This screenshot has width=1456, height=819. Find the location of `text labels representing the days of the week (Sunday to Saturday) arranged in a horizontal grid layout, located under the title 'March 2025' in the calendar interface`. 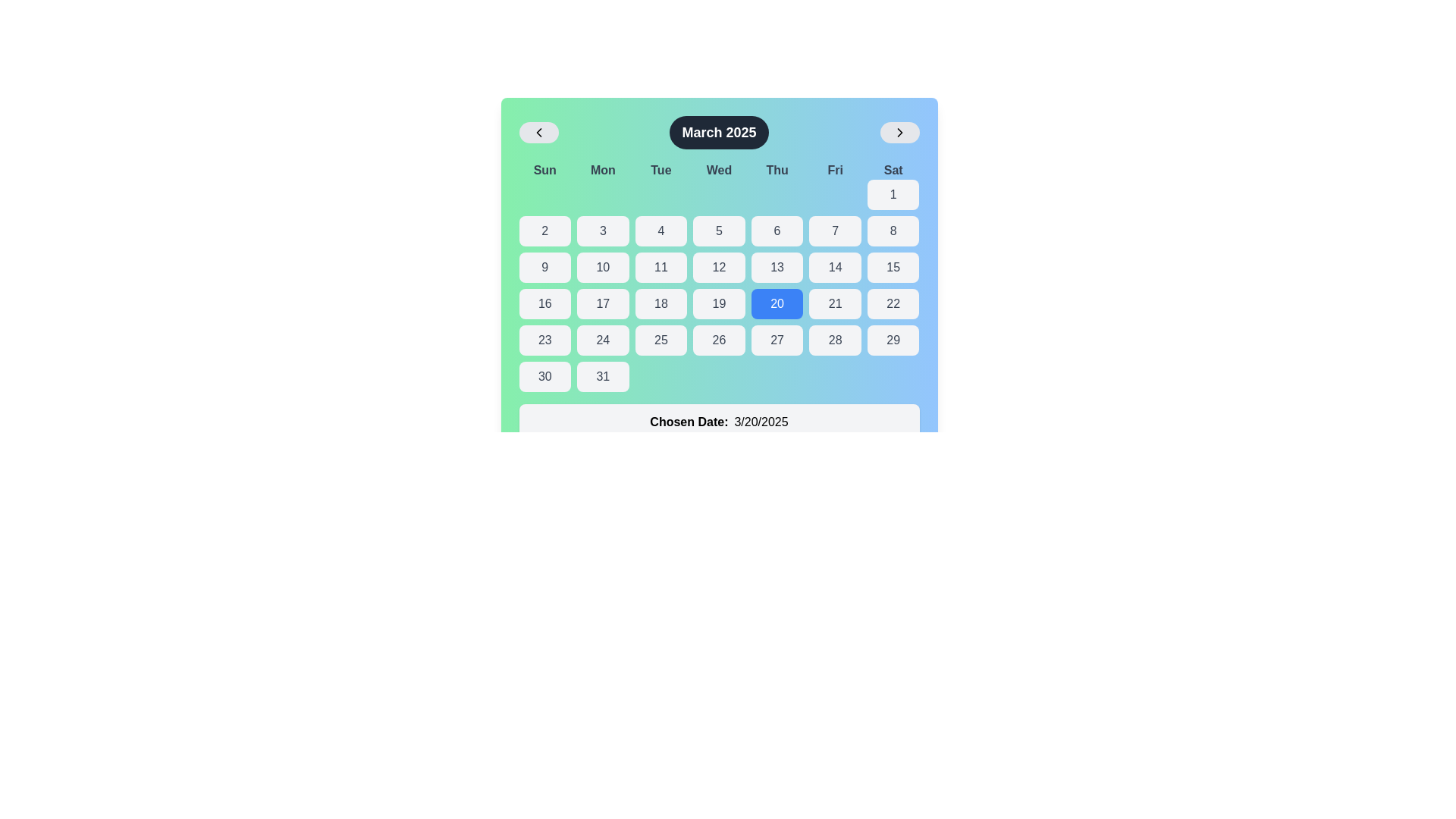

text labels representing the days of the week (Sunday to Saturday) arranged in a horizontal grid layout, located under the title 'March 2025' in the calendar interface is located at coordinates (718, 170).